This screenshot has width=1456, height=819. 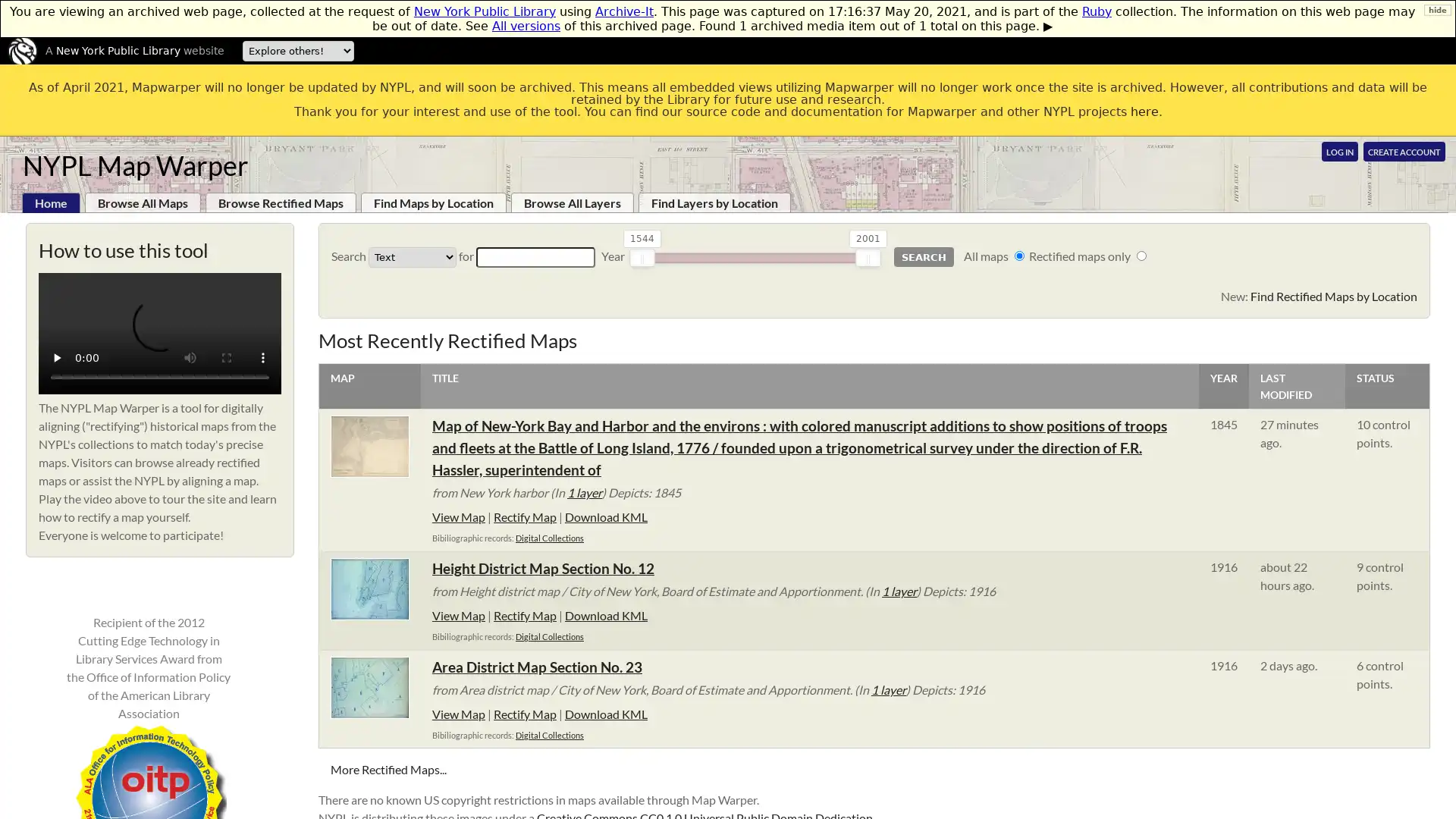 What do you see at coordinates (922, 256) in the screenshot?
I see `Search` at bounding box center [922, 256].